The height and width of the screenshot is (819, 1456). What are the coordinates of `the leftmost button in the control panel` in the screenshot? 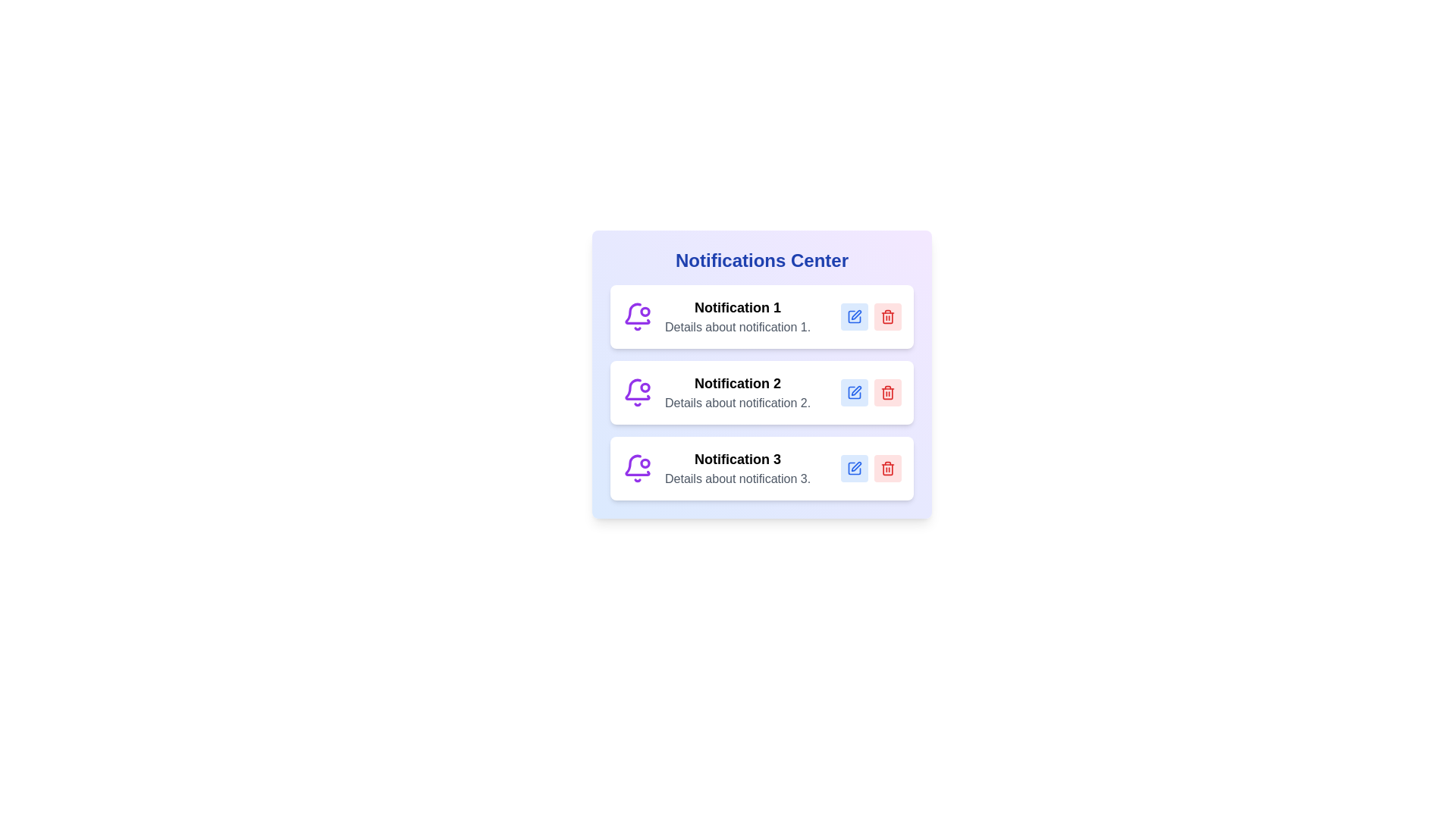 It's located at (855, 467).